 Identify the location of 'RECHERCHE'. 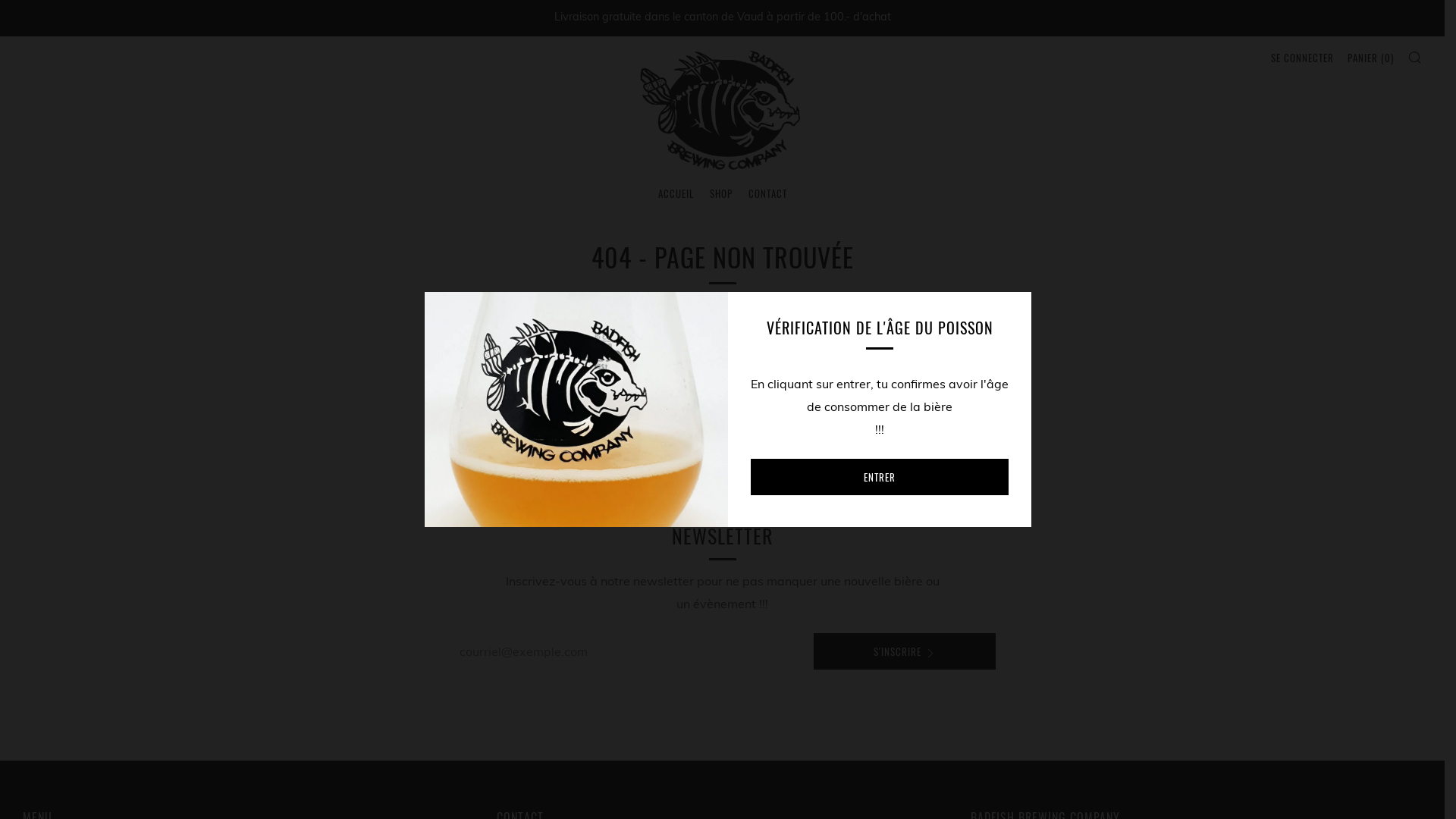
(1414, 55).